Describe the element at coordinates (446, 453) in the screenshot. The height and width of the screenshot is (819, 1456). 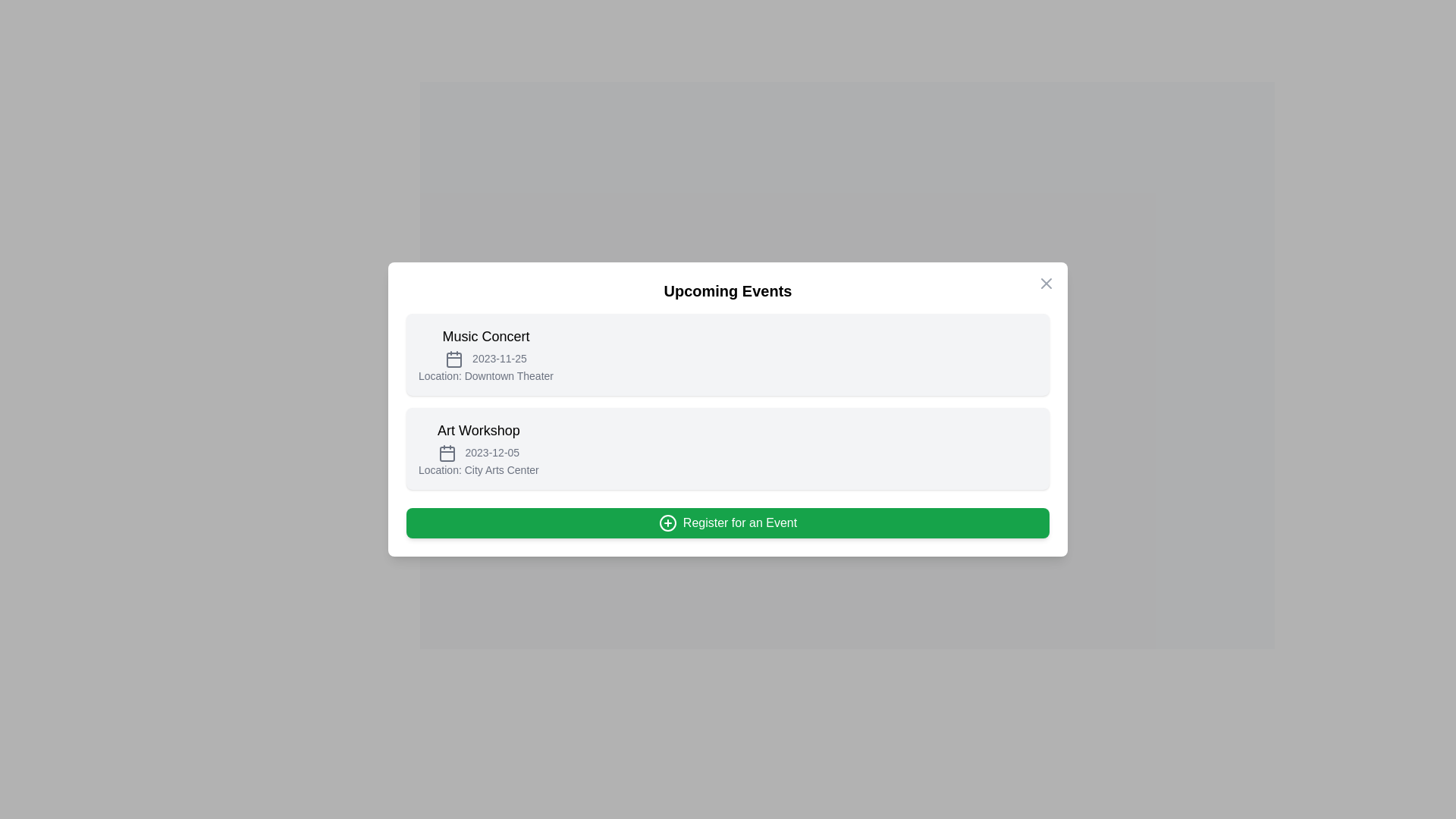
I see `the small calendar icon located to the left of the date '2023-12-05' under the 'Art Workshop' event details` at that location.